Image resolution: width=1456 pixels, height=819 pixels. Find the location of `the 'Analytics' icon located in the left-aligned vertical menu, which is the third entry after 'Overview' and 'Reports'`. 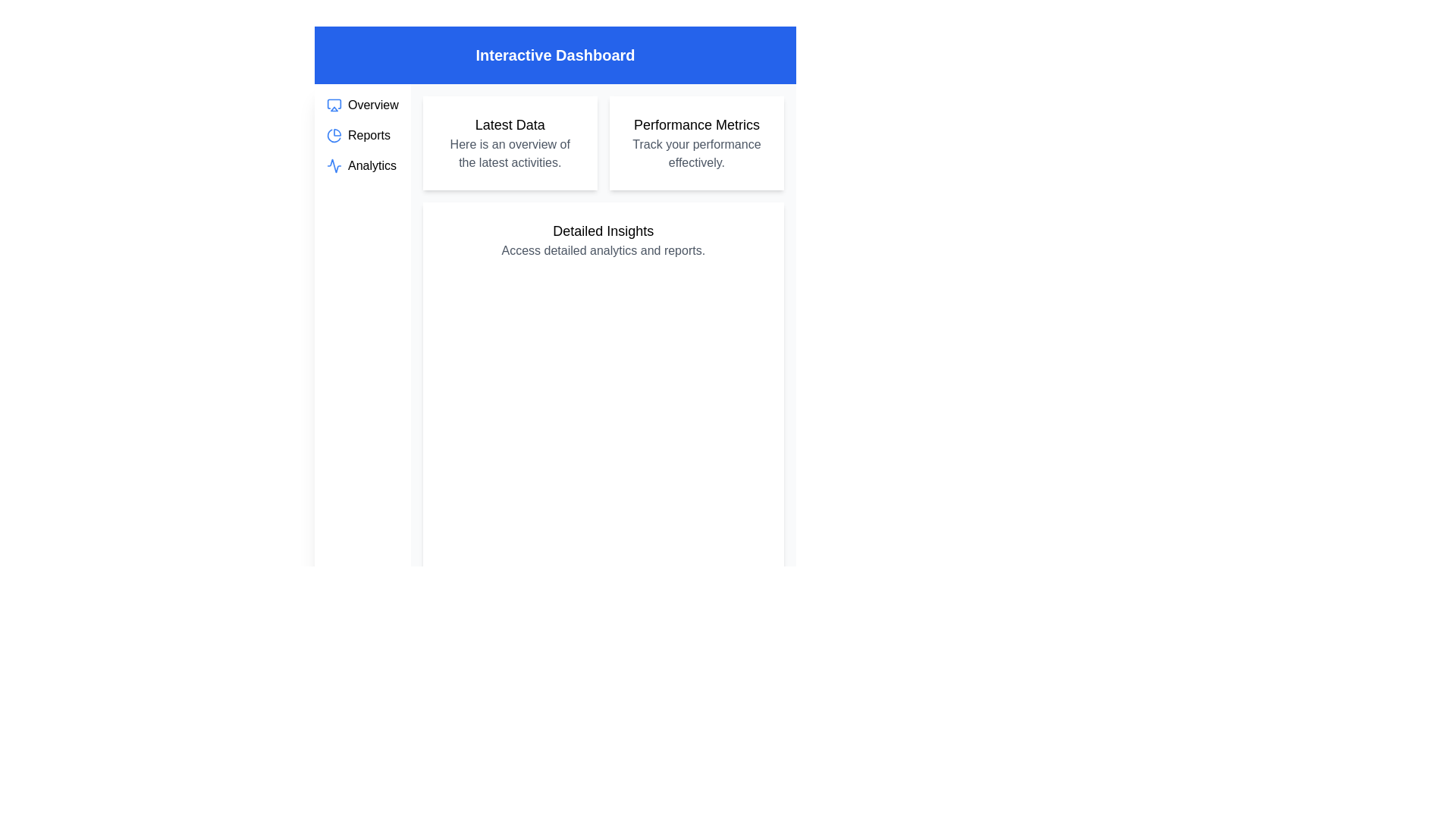

the 'Analytics' icon located in the left-aligned vertical menu, which is the third entry after 'Overview' and 'Reports' is located at coordinates (334, 166).